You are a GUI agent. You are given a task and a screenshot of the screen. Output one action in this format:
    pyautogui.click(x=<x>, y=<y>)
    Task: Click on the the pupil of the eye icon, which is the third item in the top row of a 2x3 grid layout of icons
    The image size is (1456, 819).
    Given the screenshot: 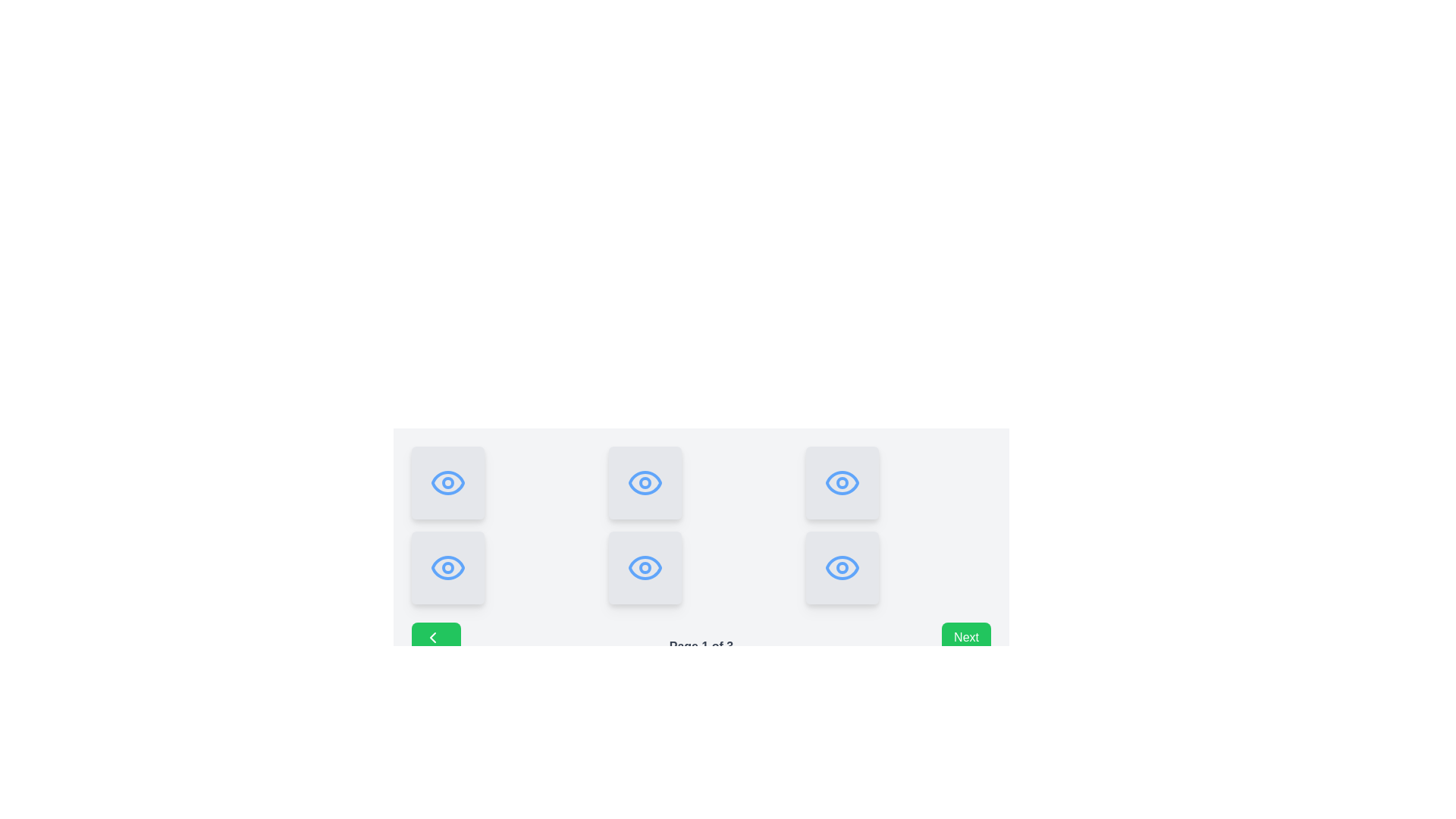 What is the action you would take?
    pyautogui.click(x=841, y=482)
    